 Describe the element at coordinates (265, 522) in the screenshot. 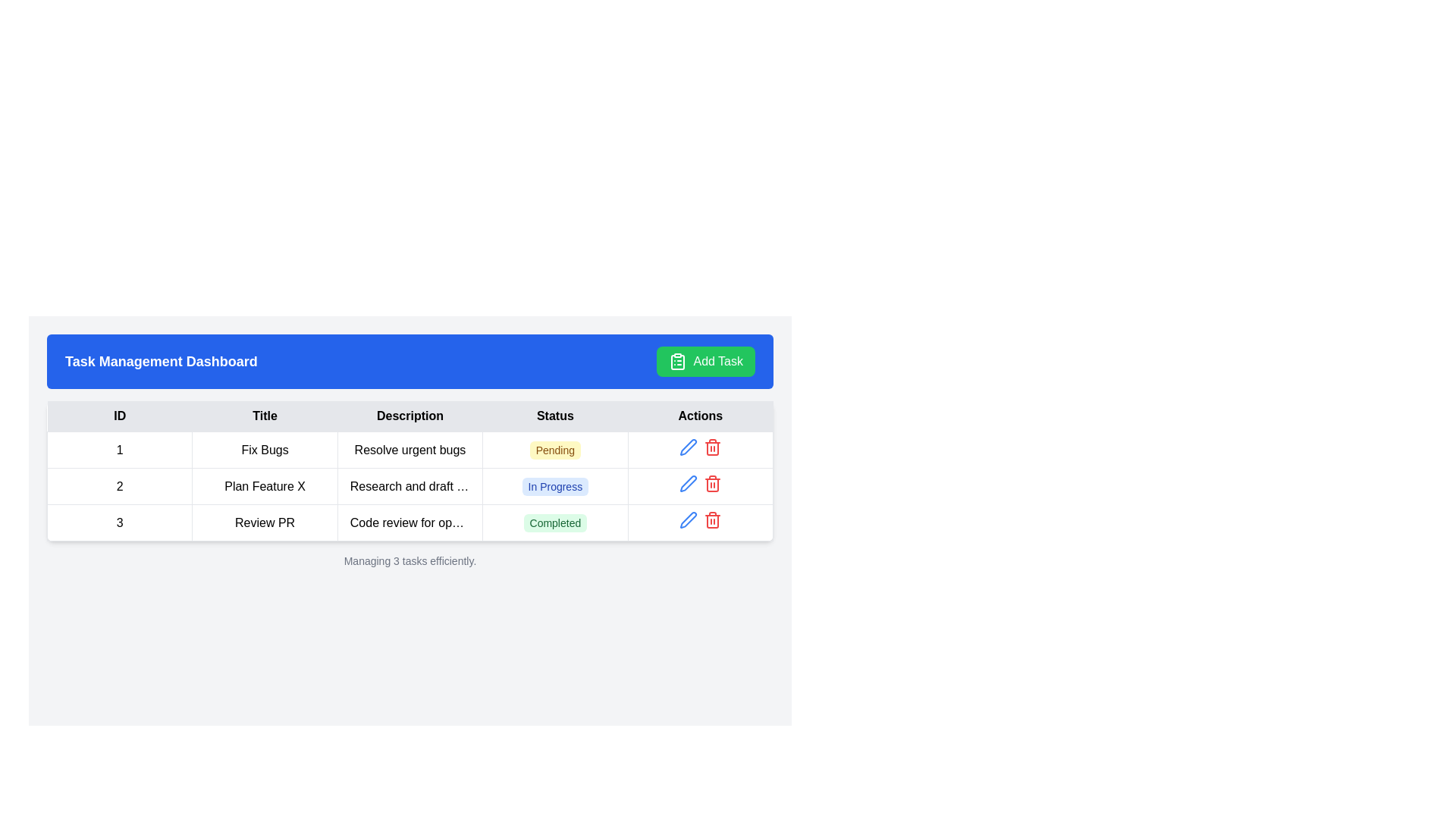

I see `the text label indicating the title of the task in row ID 3 under the 'Title' column` at that location.